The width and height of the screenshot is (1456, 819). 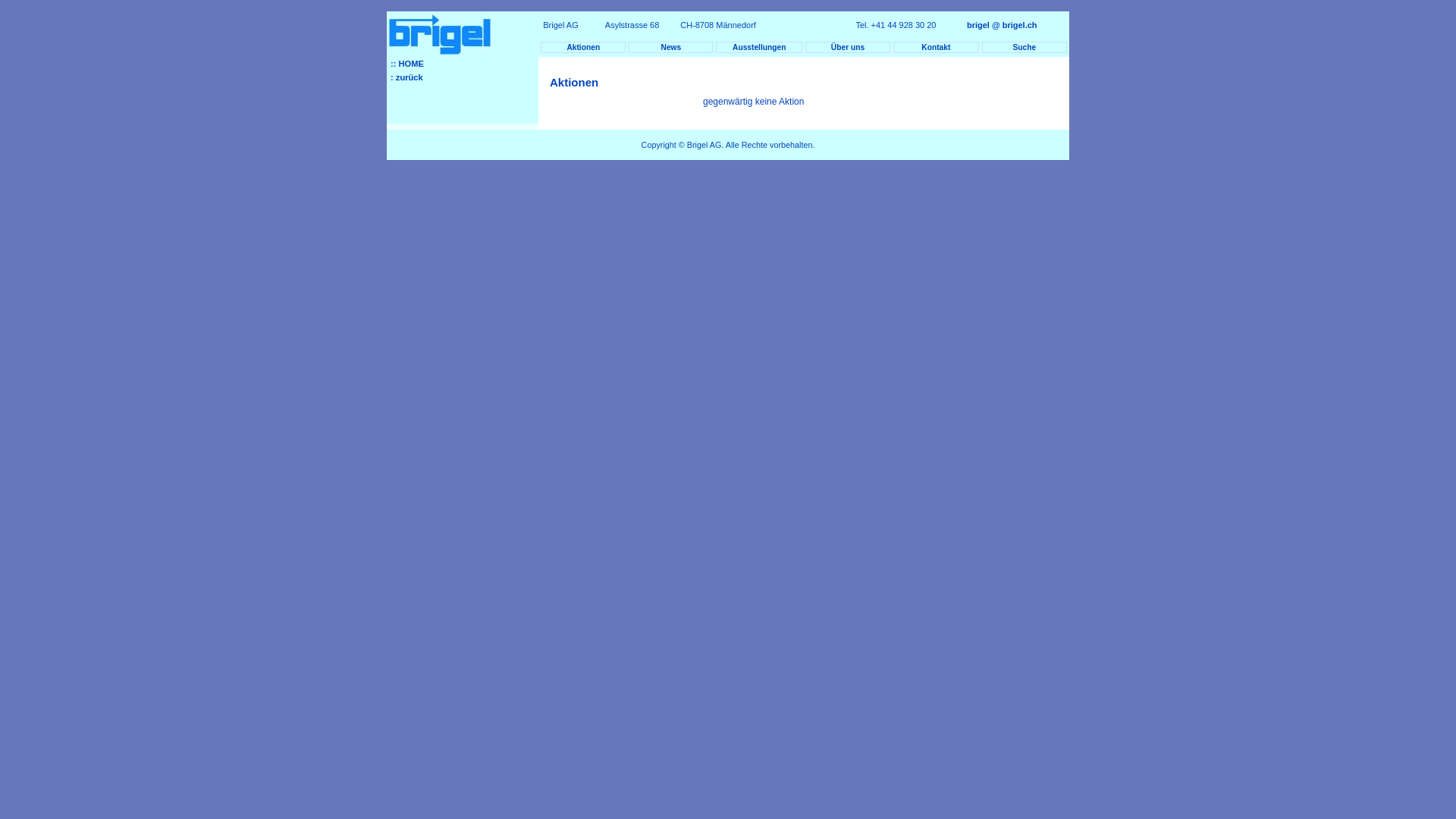 What do you see at coordinates (716, 46) in the screenshot?
I see `'Ausstellungen'` at bounding box center [716, 46].